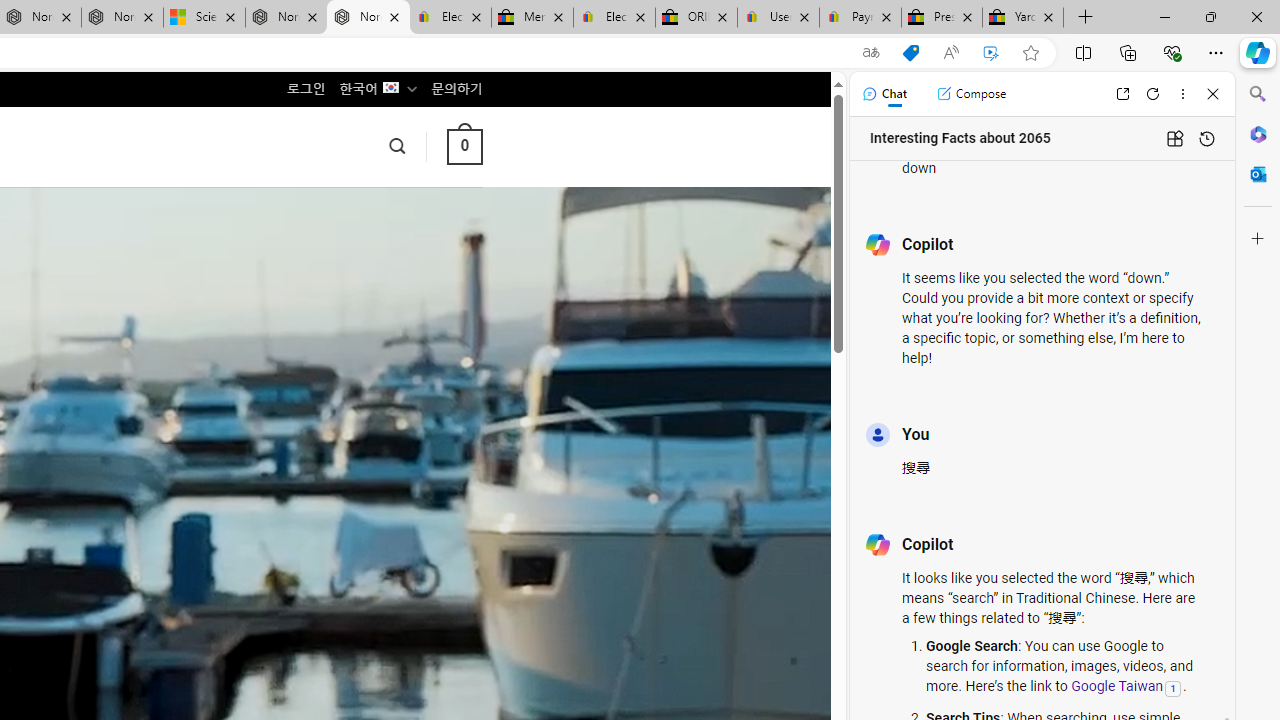 The image size is (1280, 720). What do you see at coordinates (463, 145) in the screenshot?
I see `' 0 '` at bounding box center [463, 145].